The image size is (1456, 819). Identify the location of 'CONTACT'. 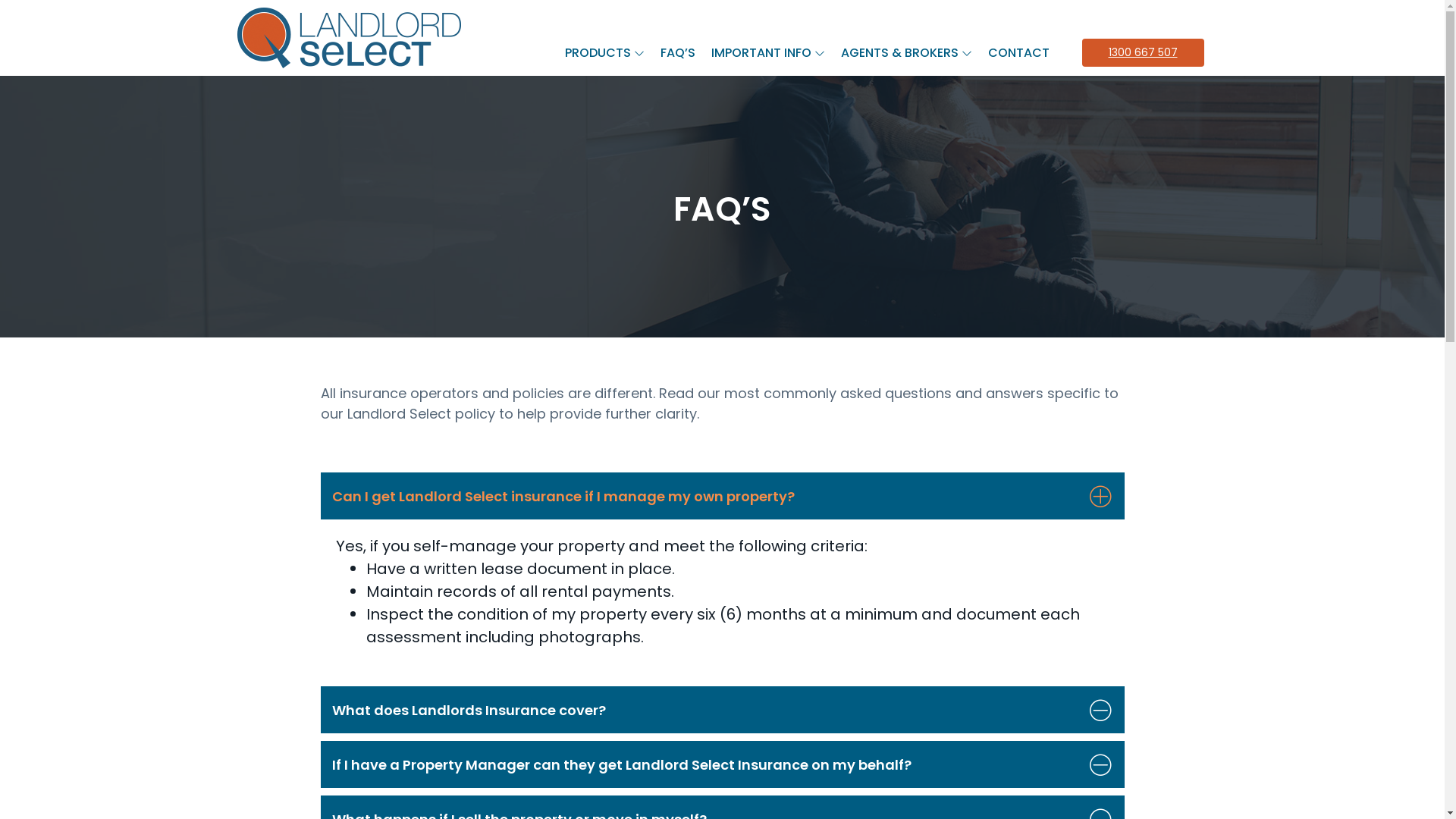
(981, 52).